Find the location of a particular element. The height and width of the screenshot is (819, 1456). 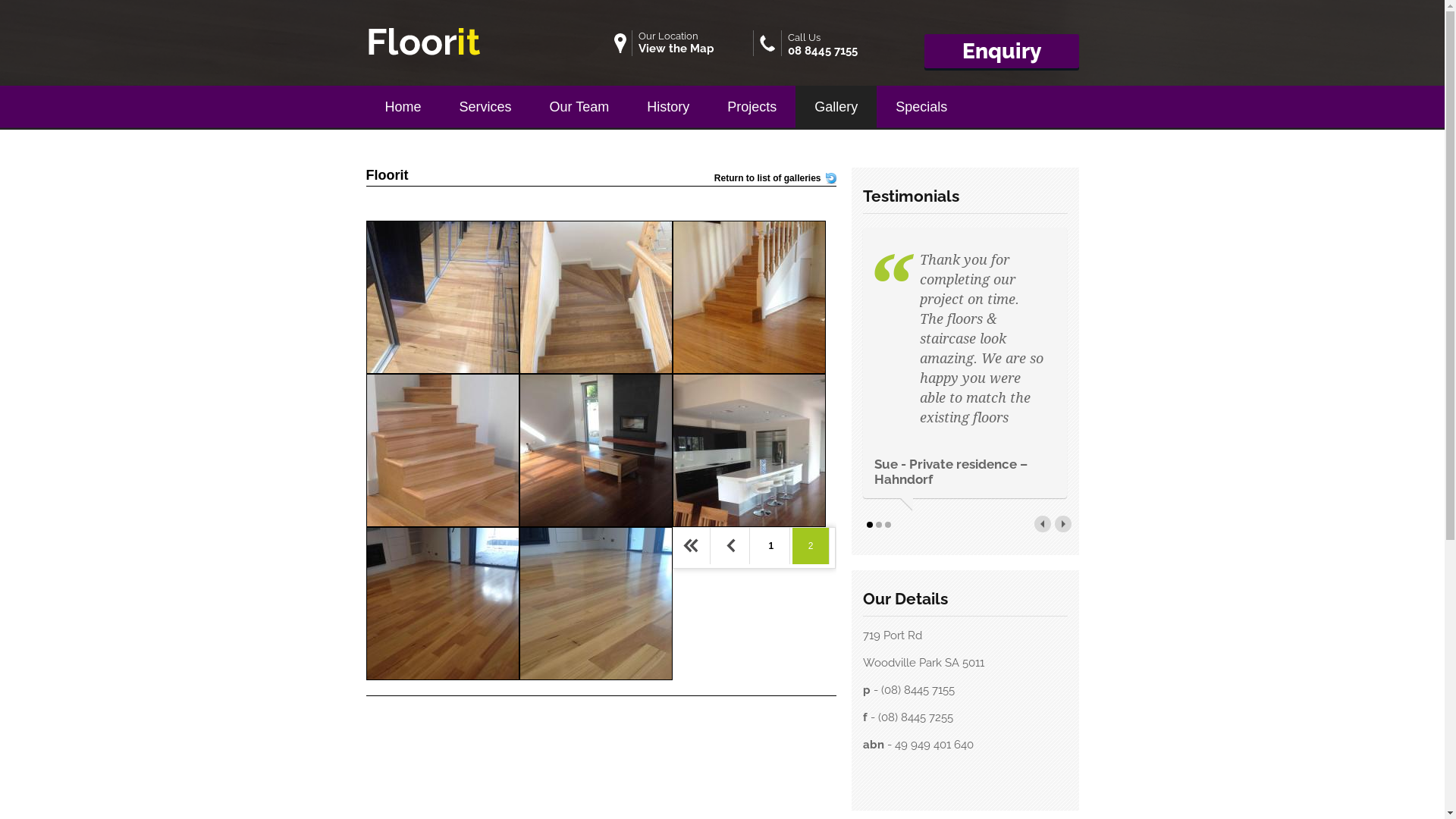

'History' is located at coordinates (628, 103).